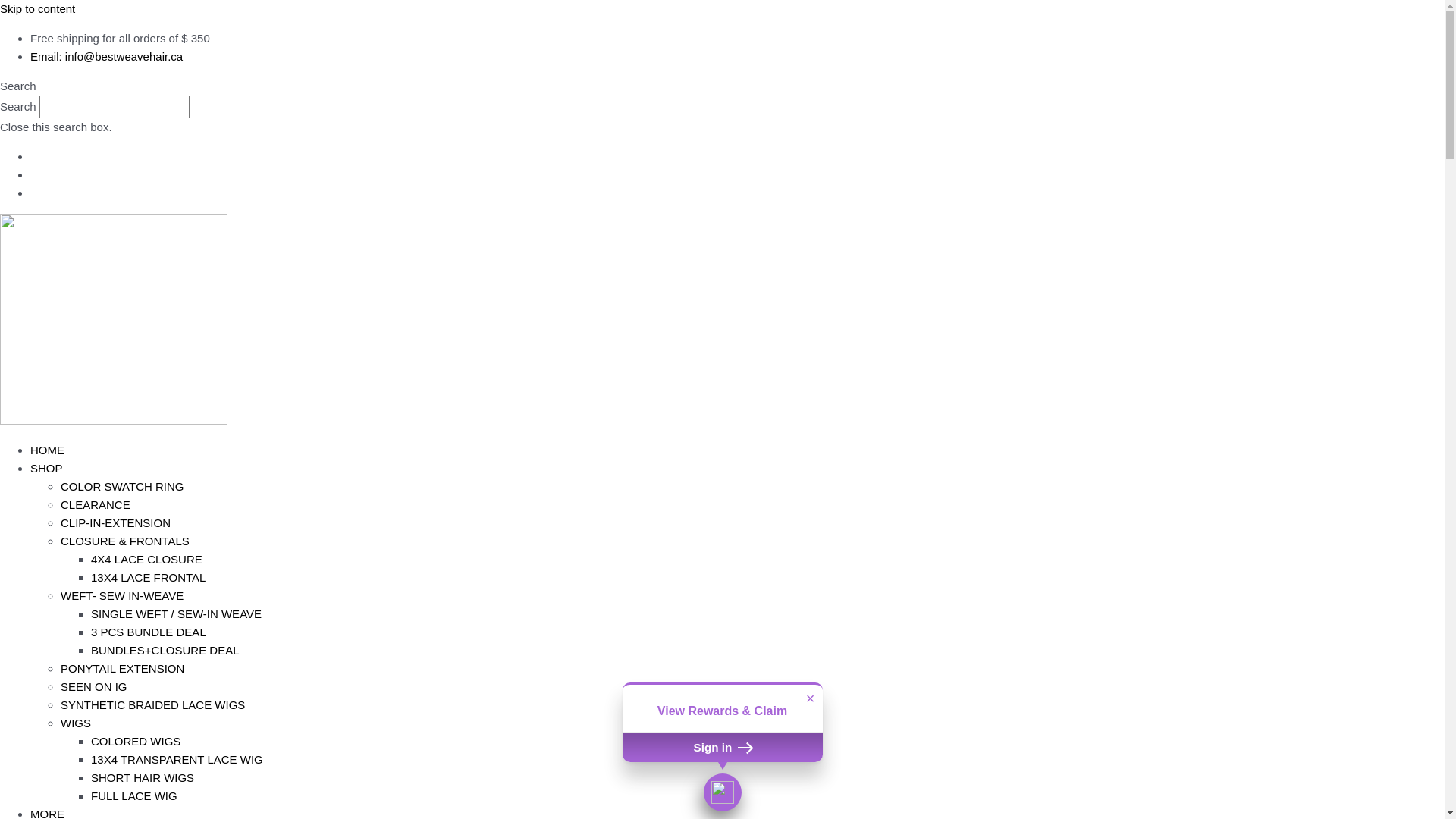 This screenshot has width=1456, height=819. I want to click on '3 PCS BUNDLE DEAL', so click(90, 632).